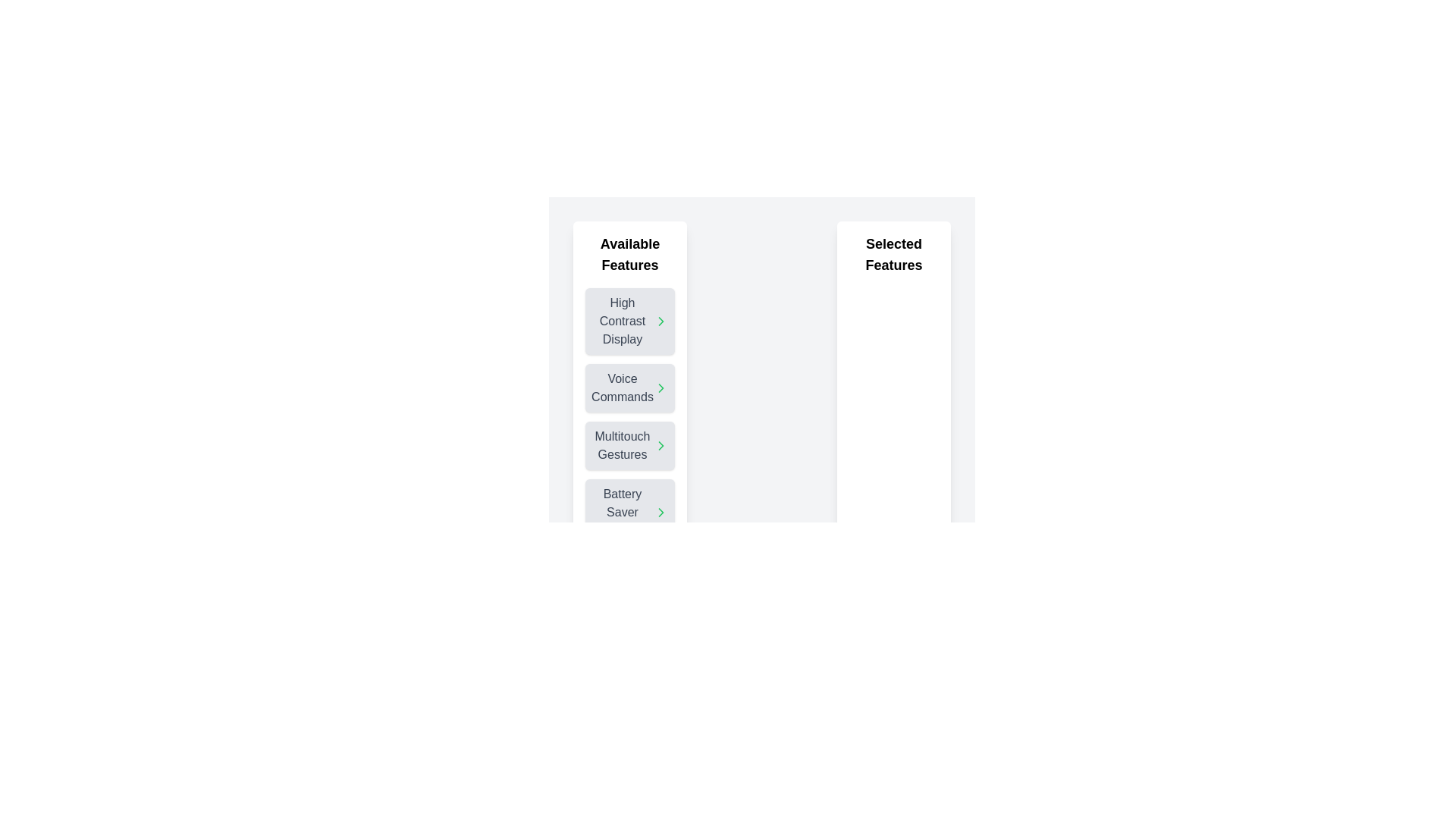  I want to click on the transfer button for the item 'Voice Commands' in the available features list to move it to the selected features list, so click(661, 388).